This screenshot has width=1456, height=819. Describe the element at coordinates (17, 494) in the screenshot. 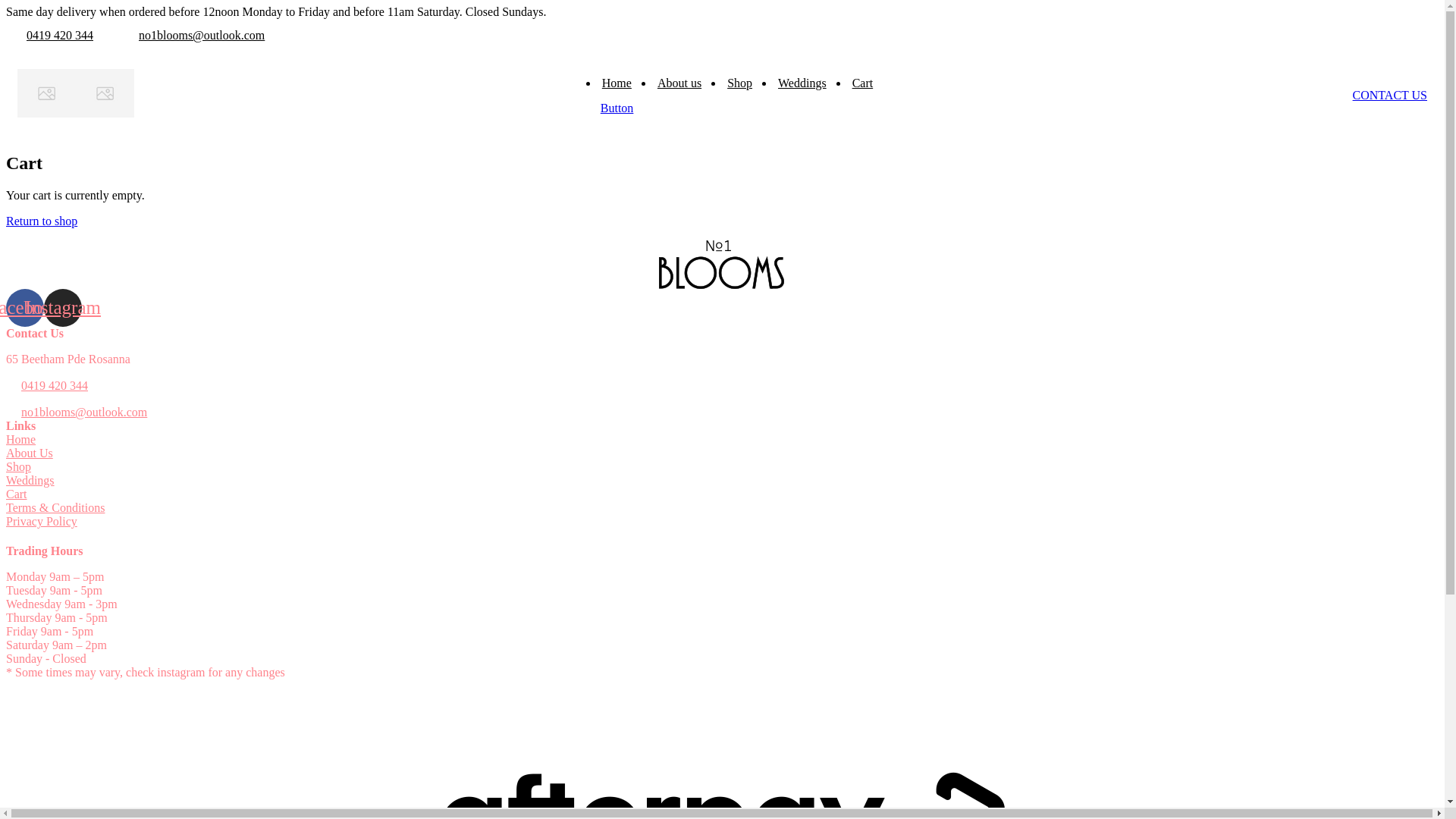

I see `'Cart'` at that location.